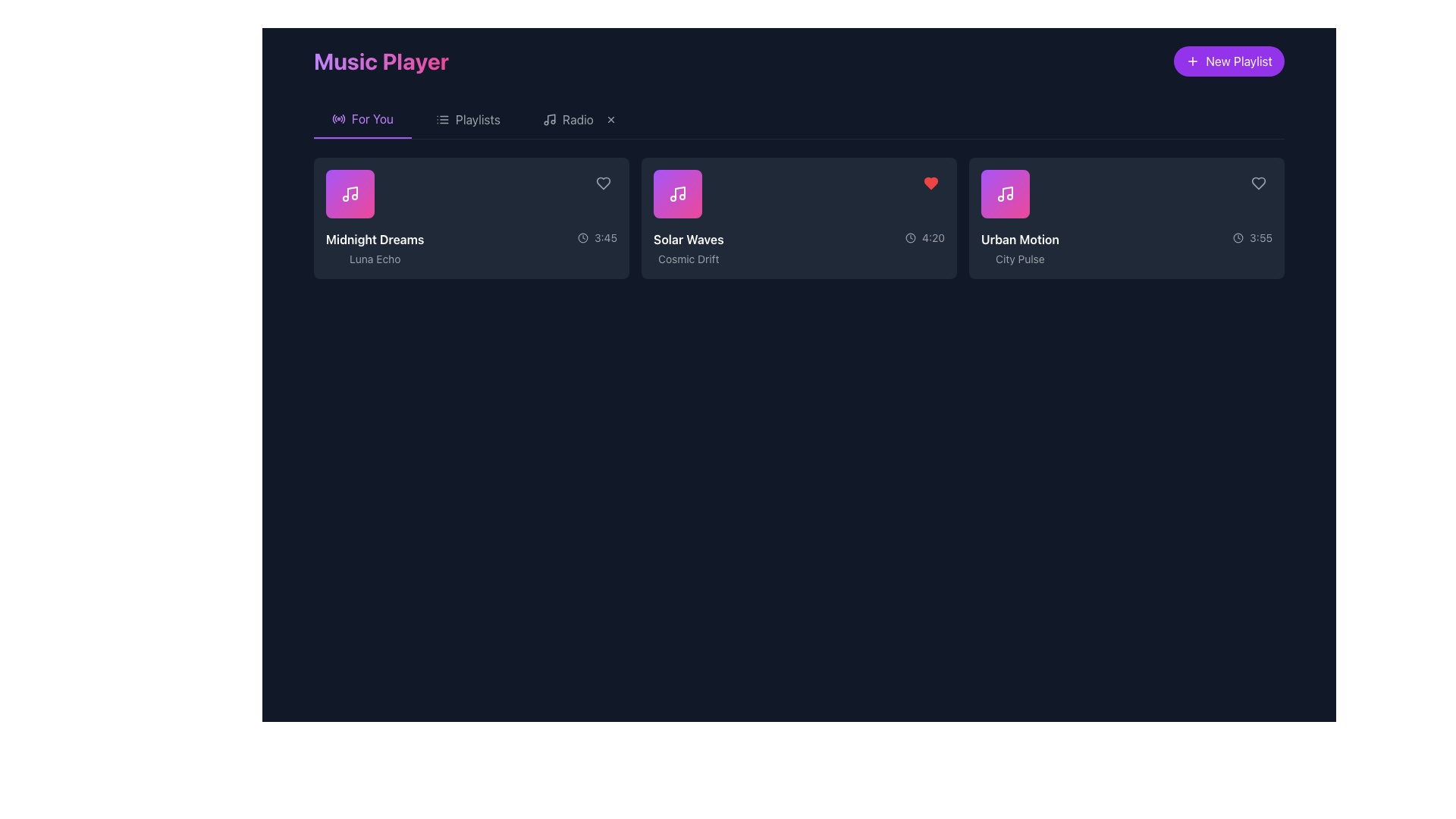  I want to click on the text label displaying 'Urban Motion' located at the top center of the third card component from the left, so click(1020, 239).